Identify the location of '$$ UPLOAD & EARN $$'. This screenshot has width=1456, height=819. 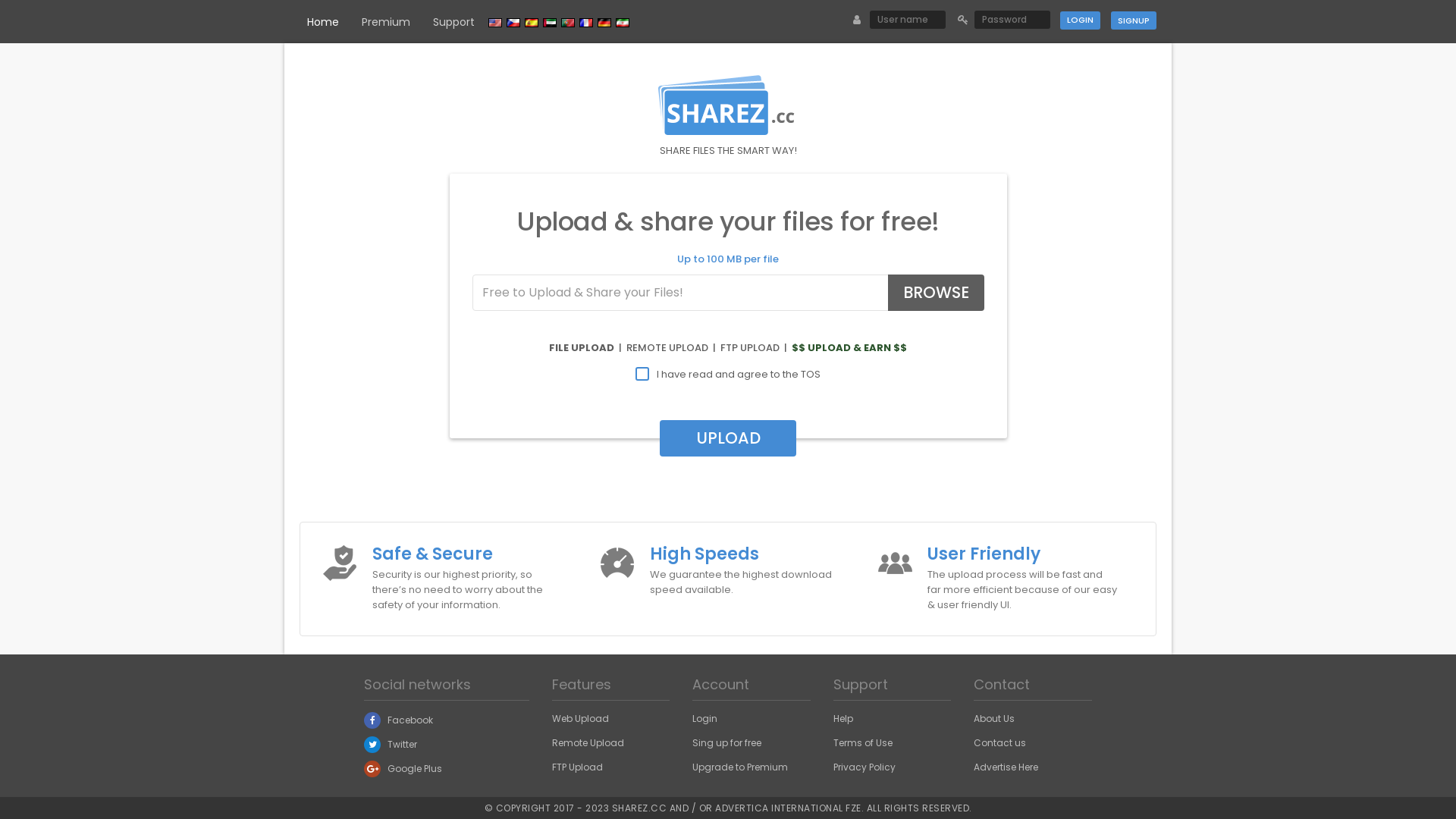
(848, 347).